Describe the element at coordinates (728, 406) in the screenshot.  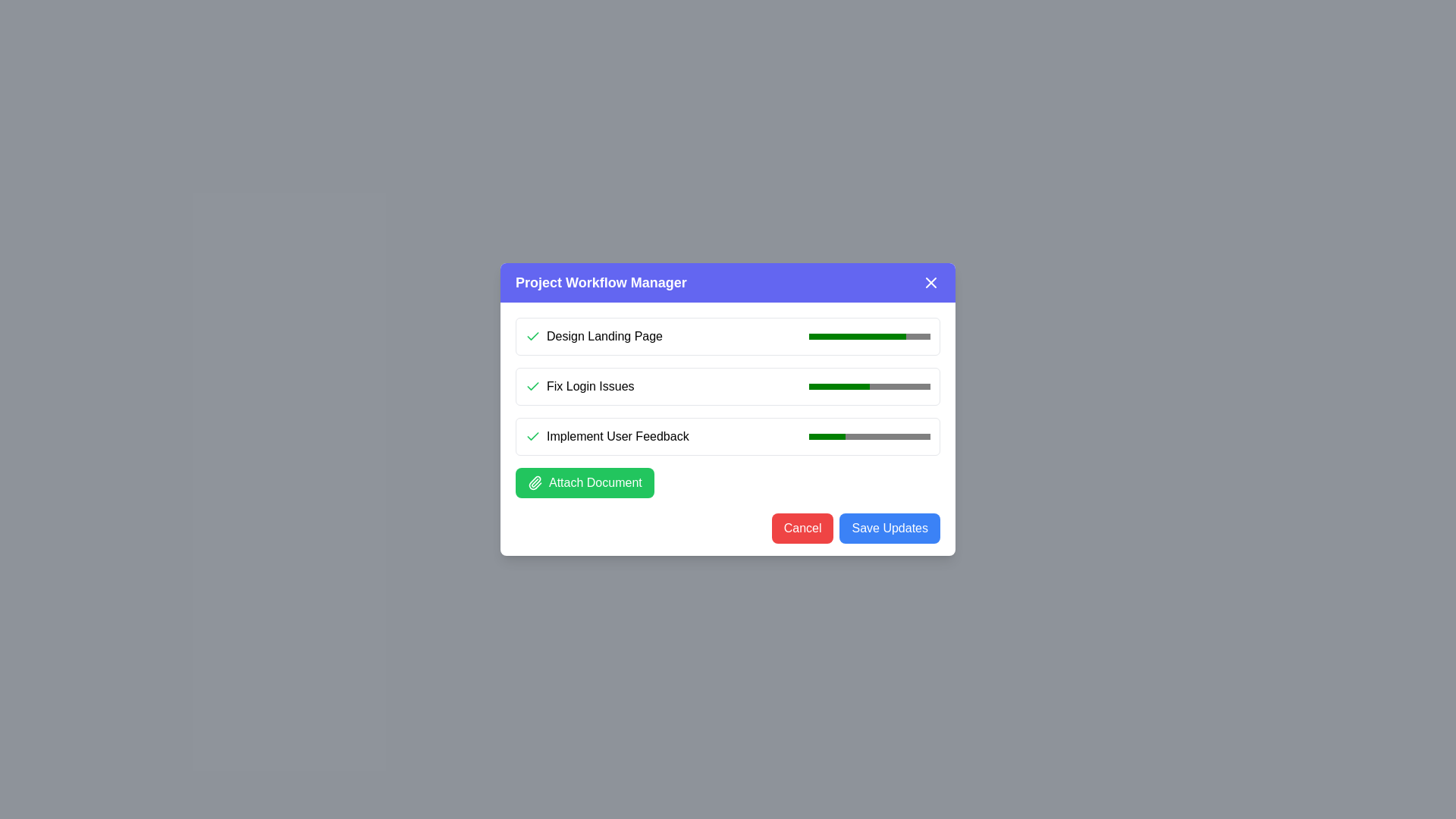
I see `individual tasks within the task dashboard located in the modal titled 'Project Workflow Manager'` at that location.